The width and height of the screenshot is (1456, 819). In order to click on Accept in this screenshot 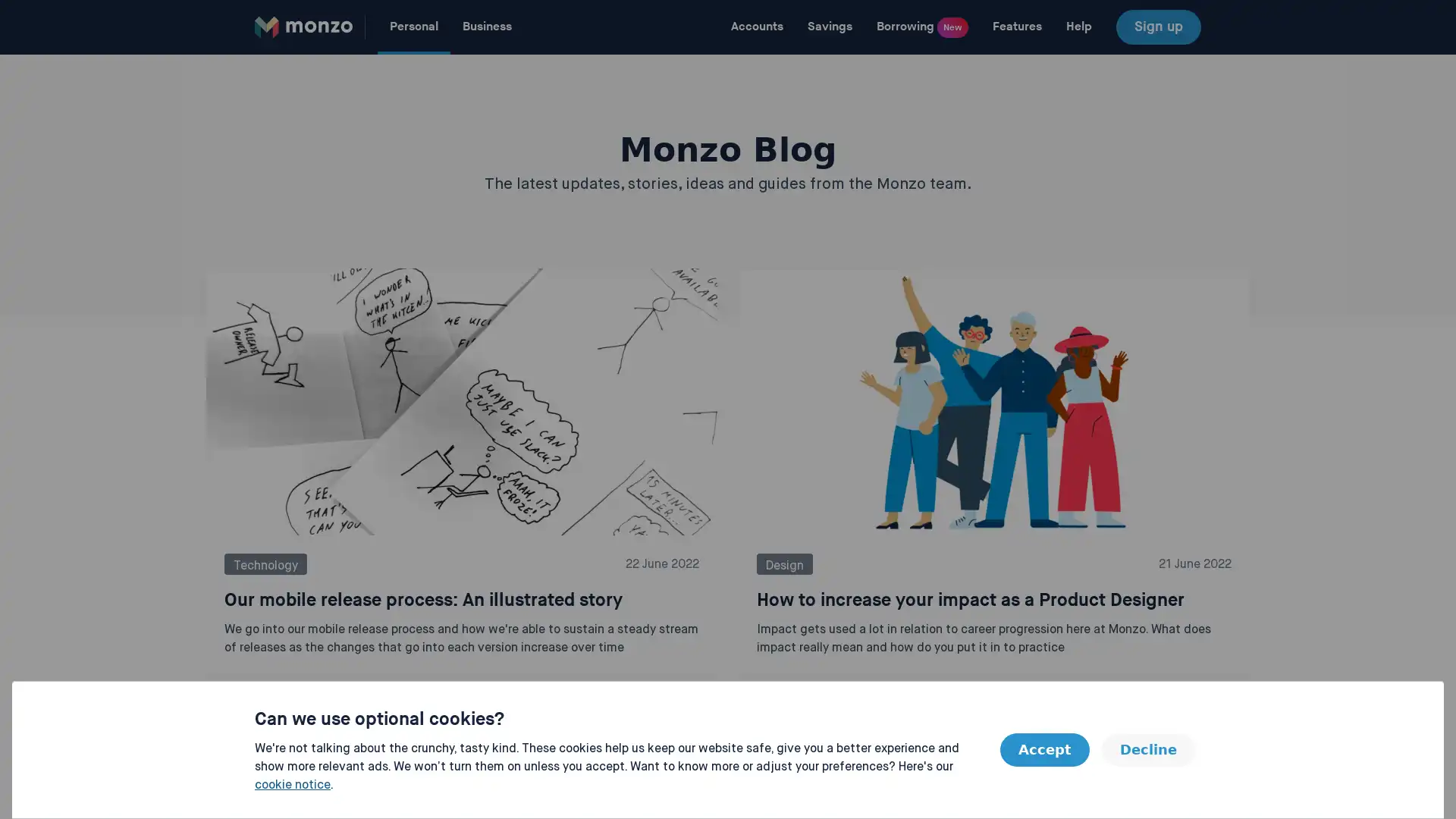, I will do `click(1043, 748)`.